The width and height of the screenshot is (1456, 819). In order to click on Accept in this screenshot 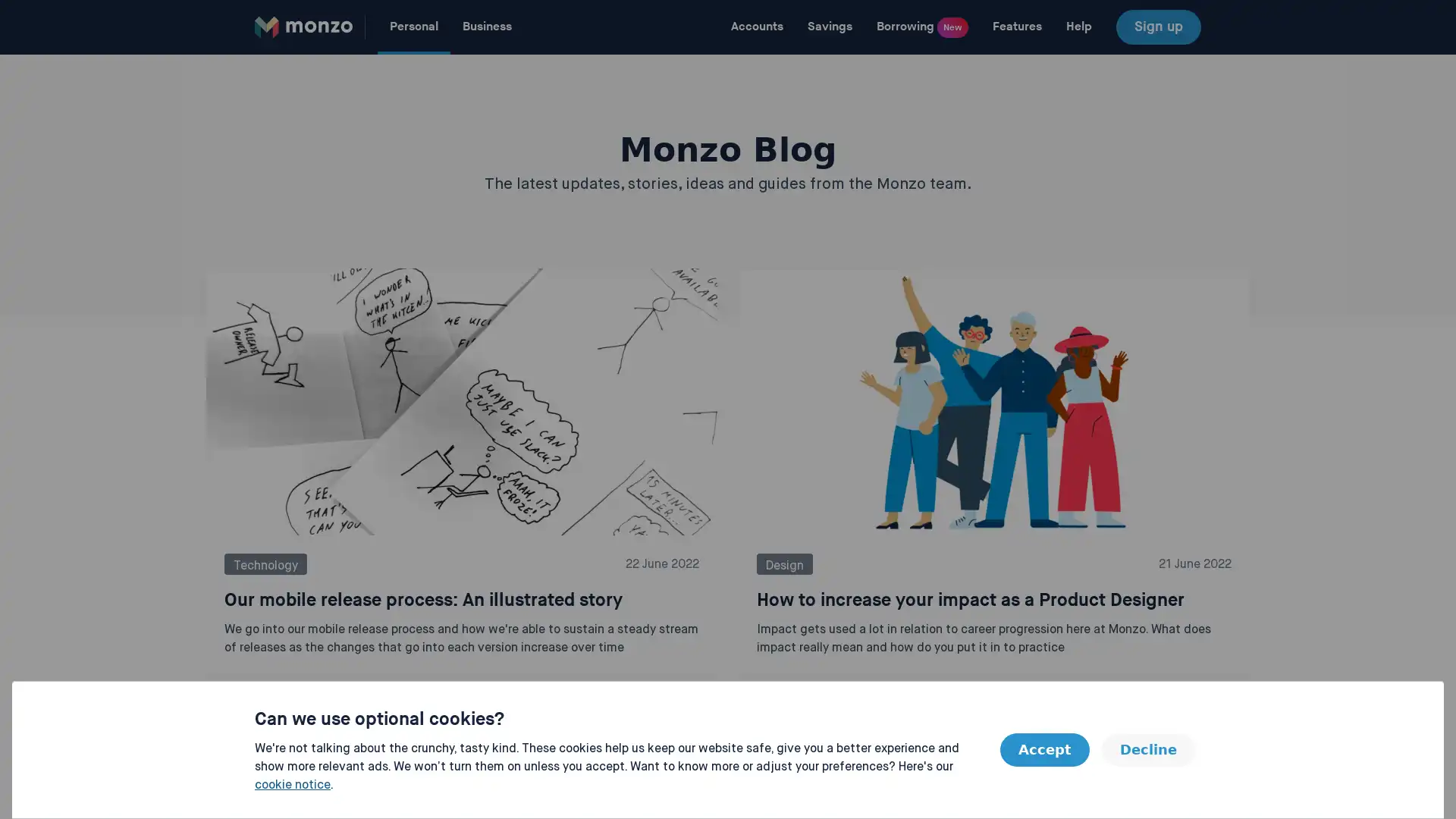, I will do `click(1043, 748)`.